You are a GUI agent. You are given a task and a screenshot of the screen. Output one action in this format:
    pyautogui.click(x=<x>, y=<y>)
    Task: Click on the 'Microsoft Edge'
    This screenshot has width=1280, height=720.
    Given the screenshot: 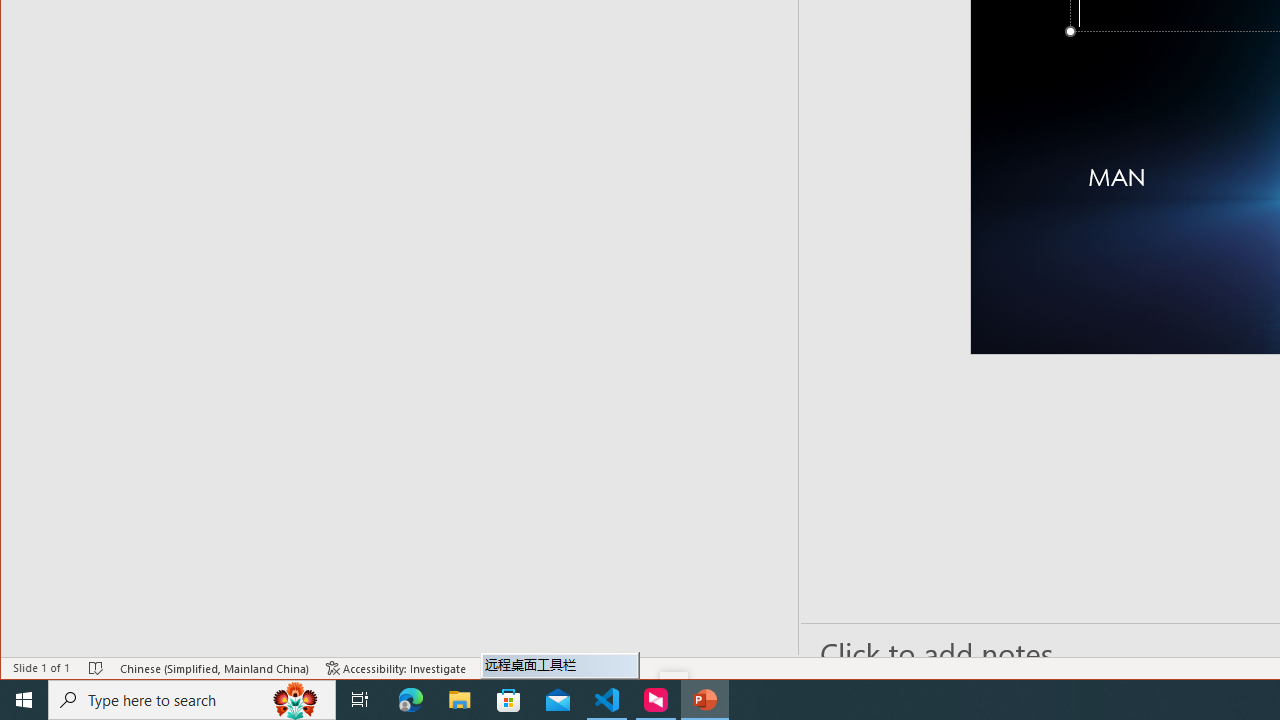 What is the action you would take?
    pyautogui.click(x=410, y=698)
    